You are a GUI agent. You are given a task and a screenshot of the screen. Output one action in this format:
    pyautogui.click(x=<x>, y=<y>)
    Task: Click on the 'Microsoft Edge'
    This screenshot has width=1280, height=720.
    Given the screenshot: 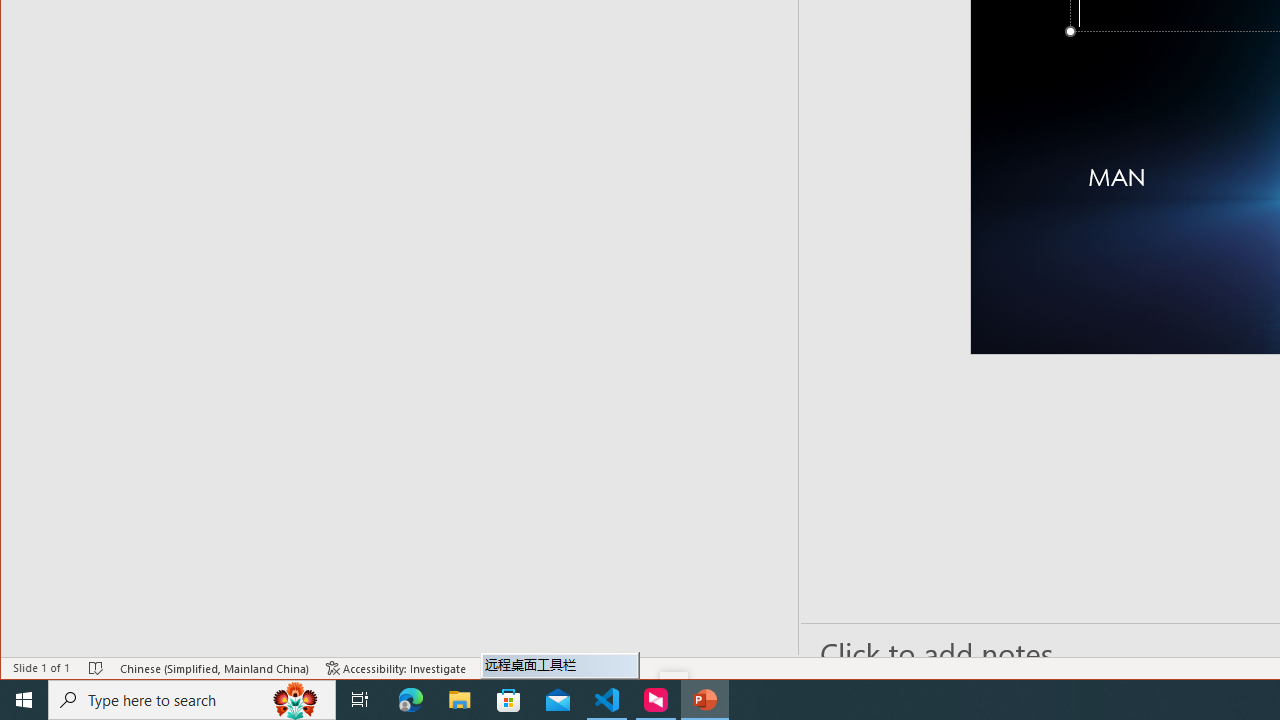 What is the action you would take?
    pyautogui.click(x=410, y=698)
    